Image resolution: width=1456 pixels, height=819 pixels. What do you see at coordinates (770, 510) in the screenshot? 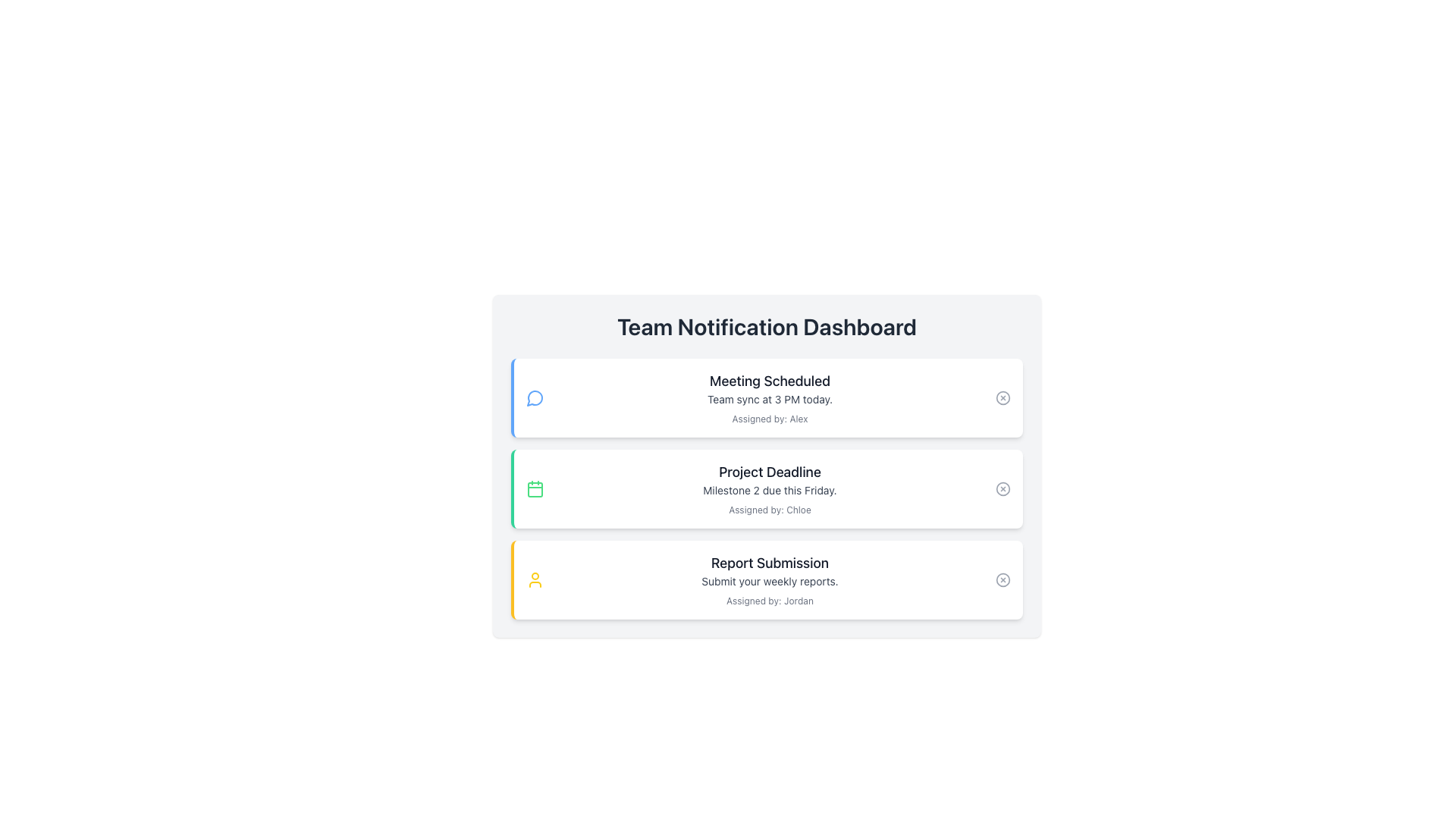
I see `the text snippet 'Assigned by: Chloe' which is styled with a small, gray font and located in the central notification card labeled 'Project Deadline'` at bounding box center [770, 510].